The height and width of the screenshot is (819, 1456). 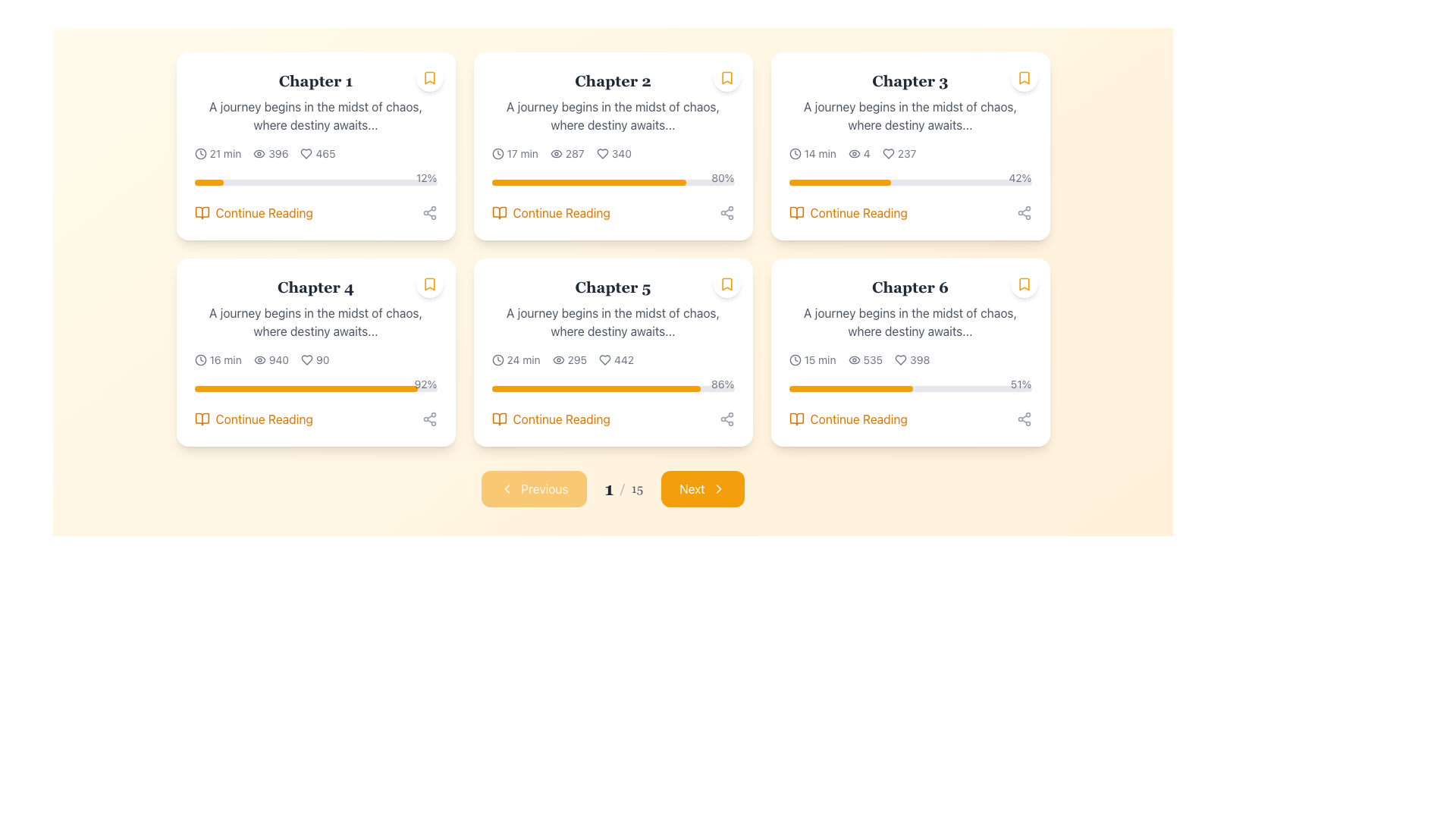 I want to click on the interactive link for 'Chapter 2', so click(x=613, y=213).